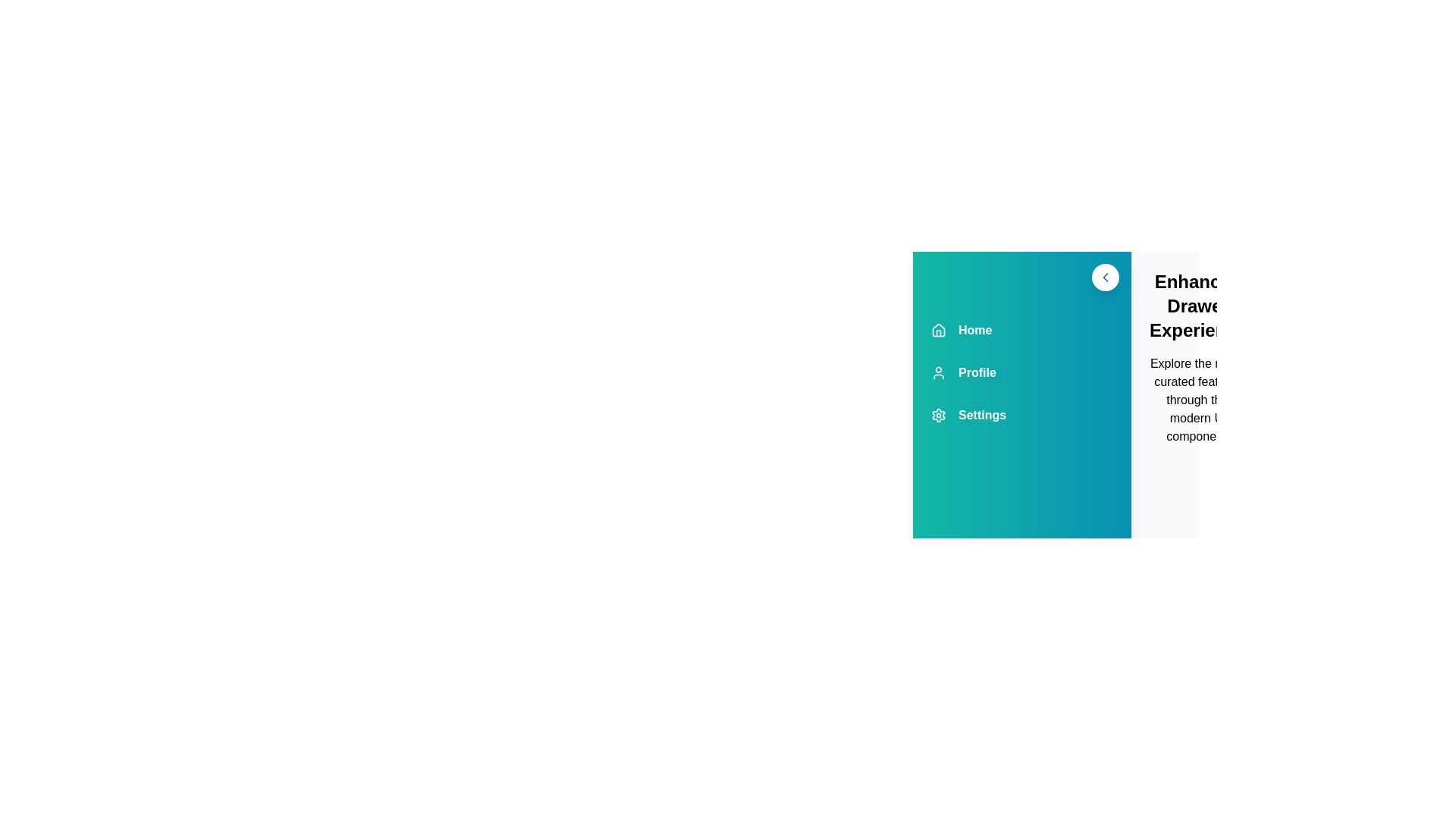 The width and height of the screenshot is (1456, 819). I want to click on toggle button to change the drawer's state, so click(1106, 278).